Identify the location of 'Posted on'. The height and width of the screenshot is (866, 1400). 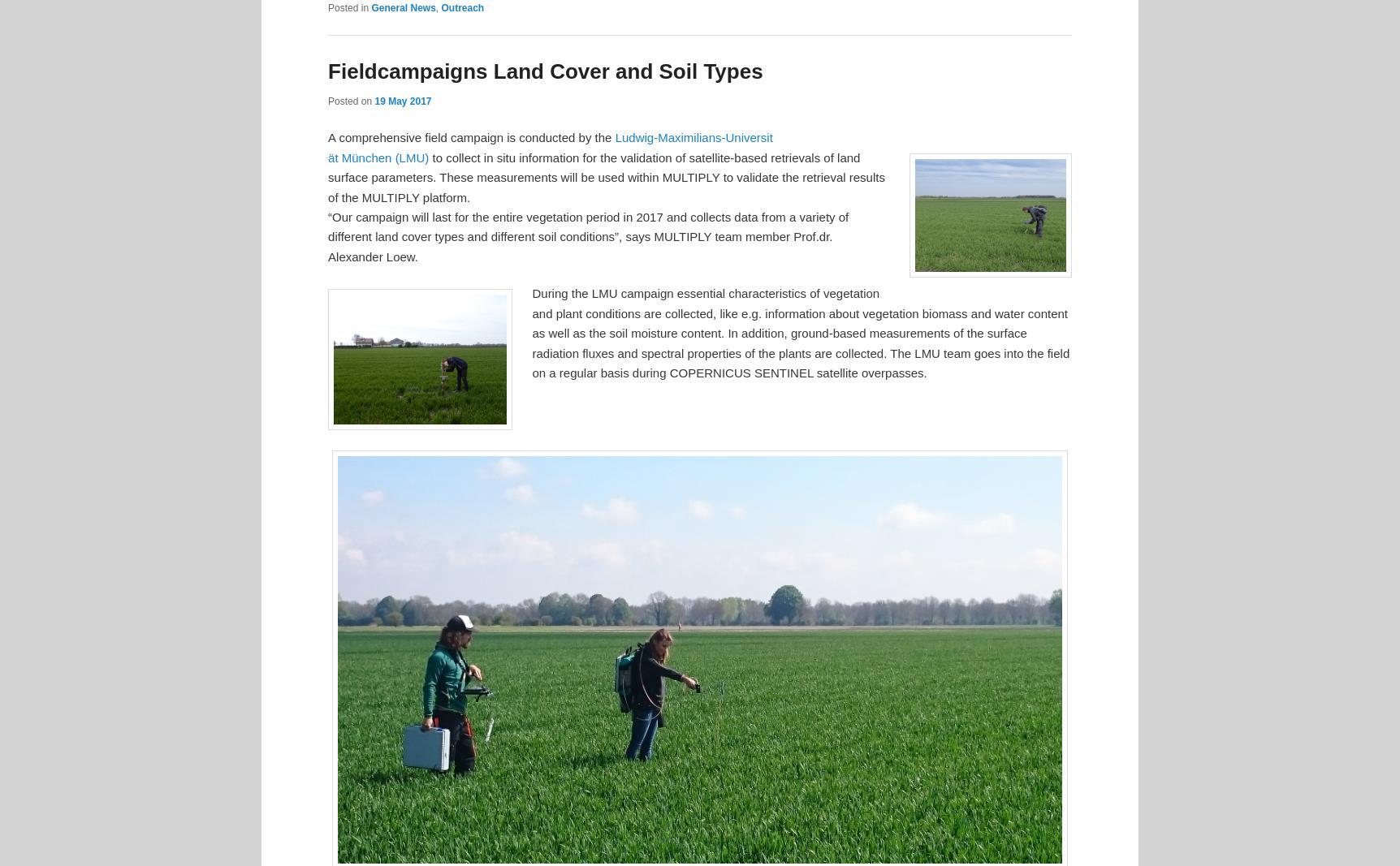
(351, 101).